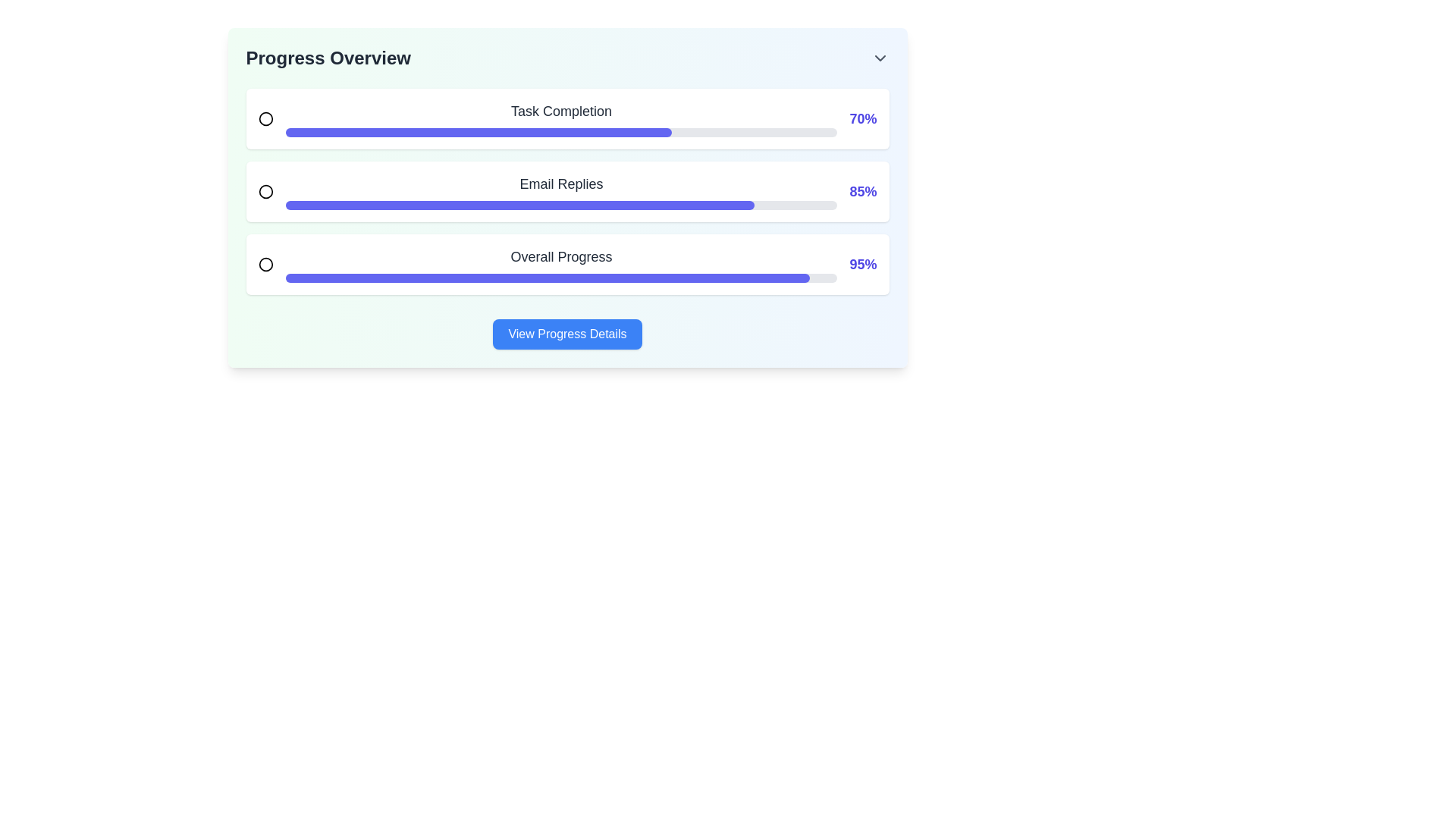 The height and width of the screenshot is (819, 1456). Describe the element at coordinates (265, 191) in the screenshot. I see `the decorative icon located at the far-left side of the 'Email Replies' section, which is aligned with the label text and progress bar` at that location.